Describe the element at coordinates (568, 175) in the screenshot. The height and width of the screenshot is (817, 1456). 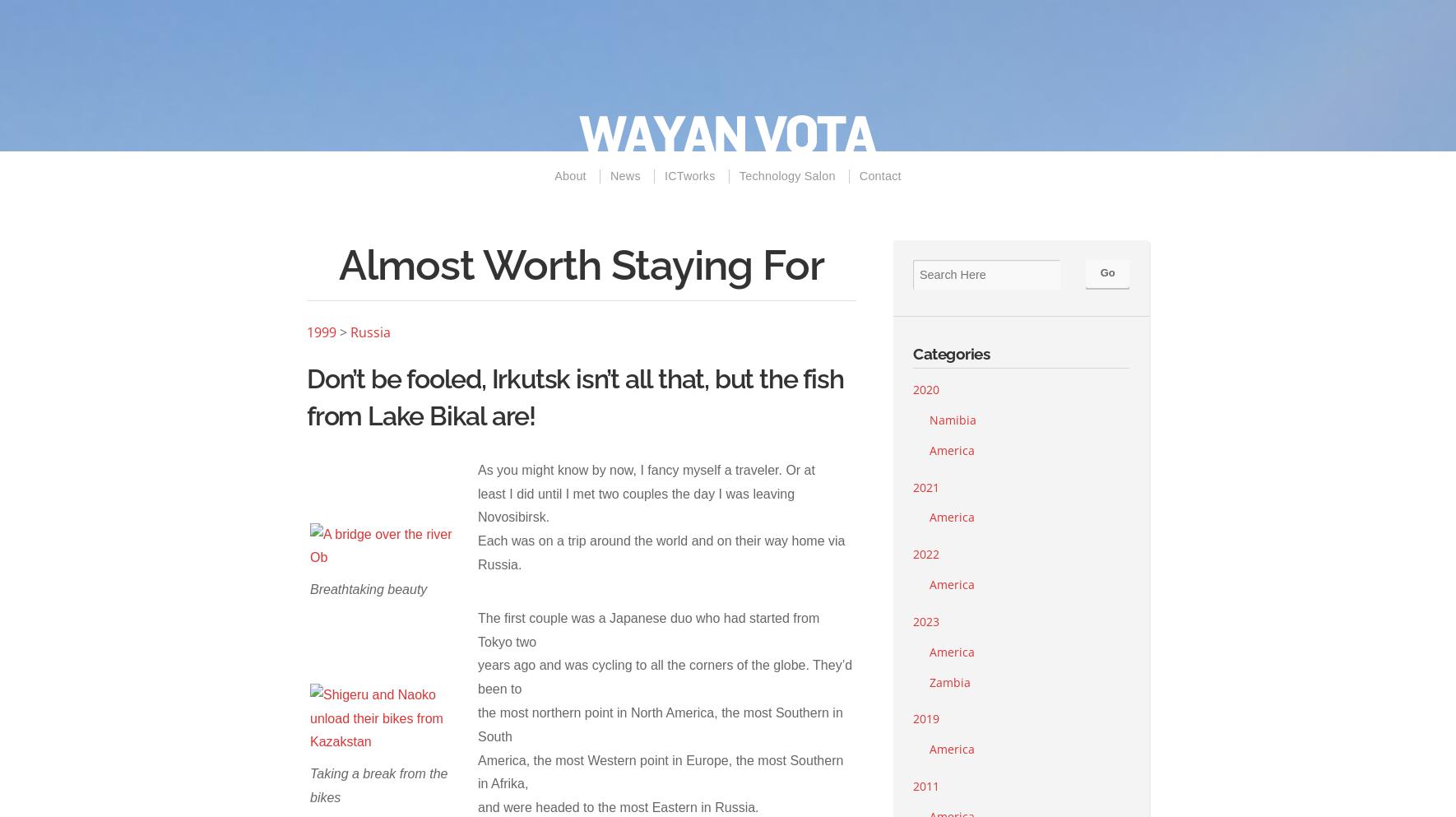
I see `'About'` at that location.